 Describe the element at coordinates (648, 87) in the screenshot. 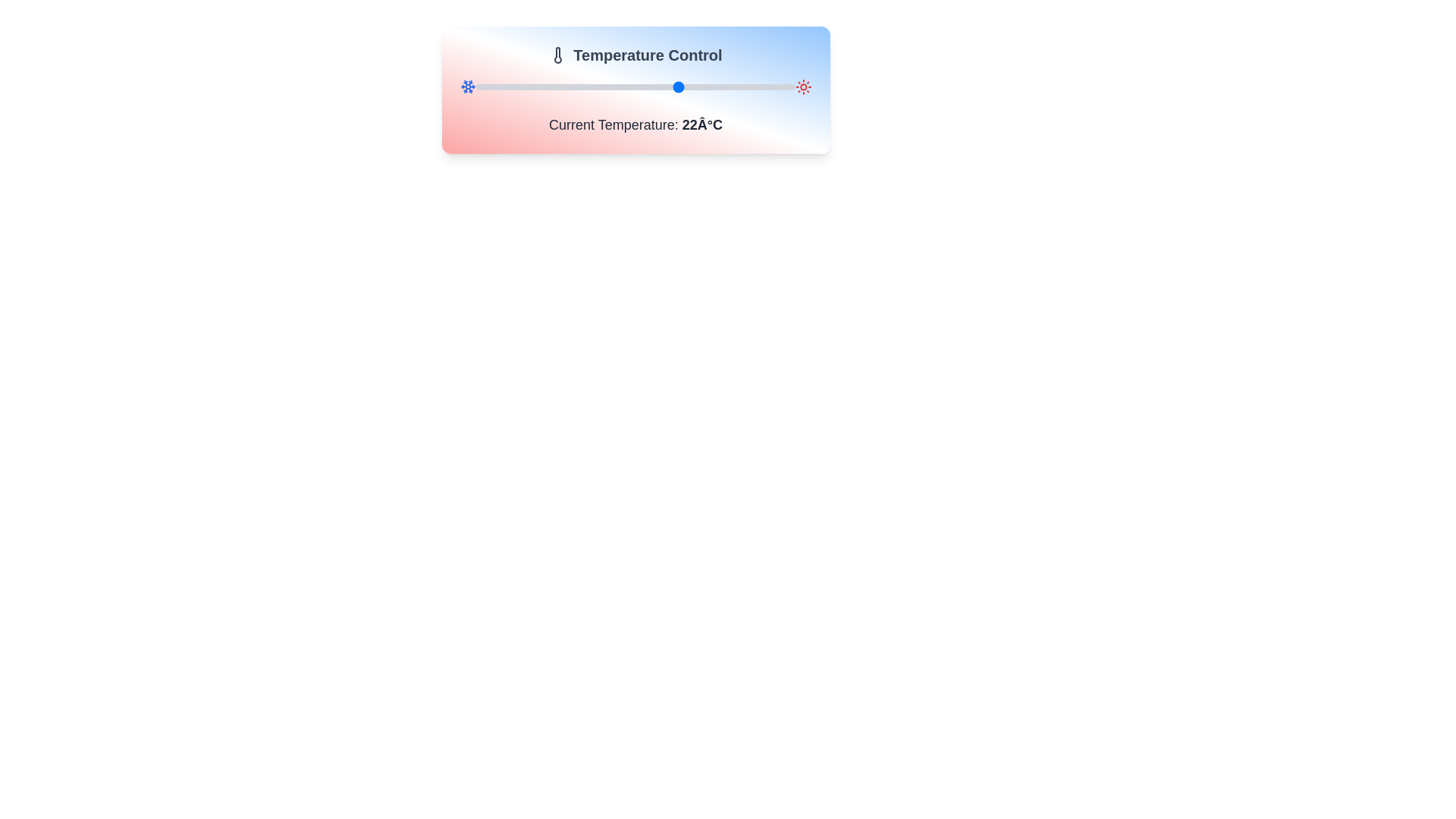

I see `the temperature` at that location.